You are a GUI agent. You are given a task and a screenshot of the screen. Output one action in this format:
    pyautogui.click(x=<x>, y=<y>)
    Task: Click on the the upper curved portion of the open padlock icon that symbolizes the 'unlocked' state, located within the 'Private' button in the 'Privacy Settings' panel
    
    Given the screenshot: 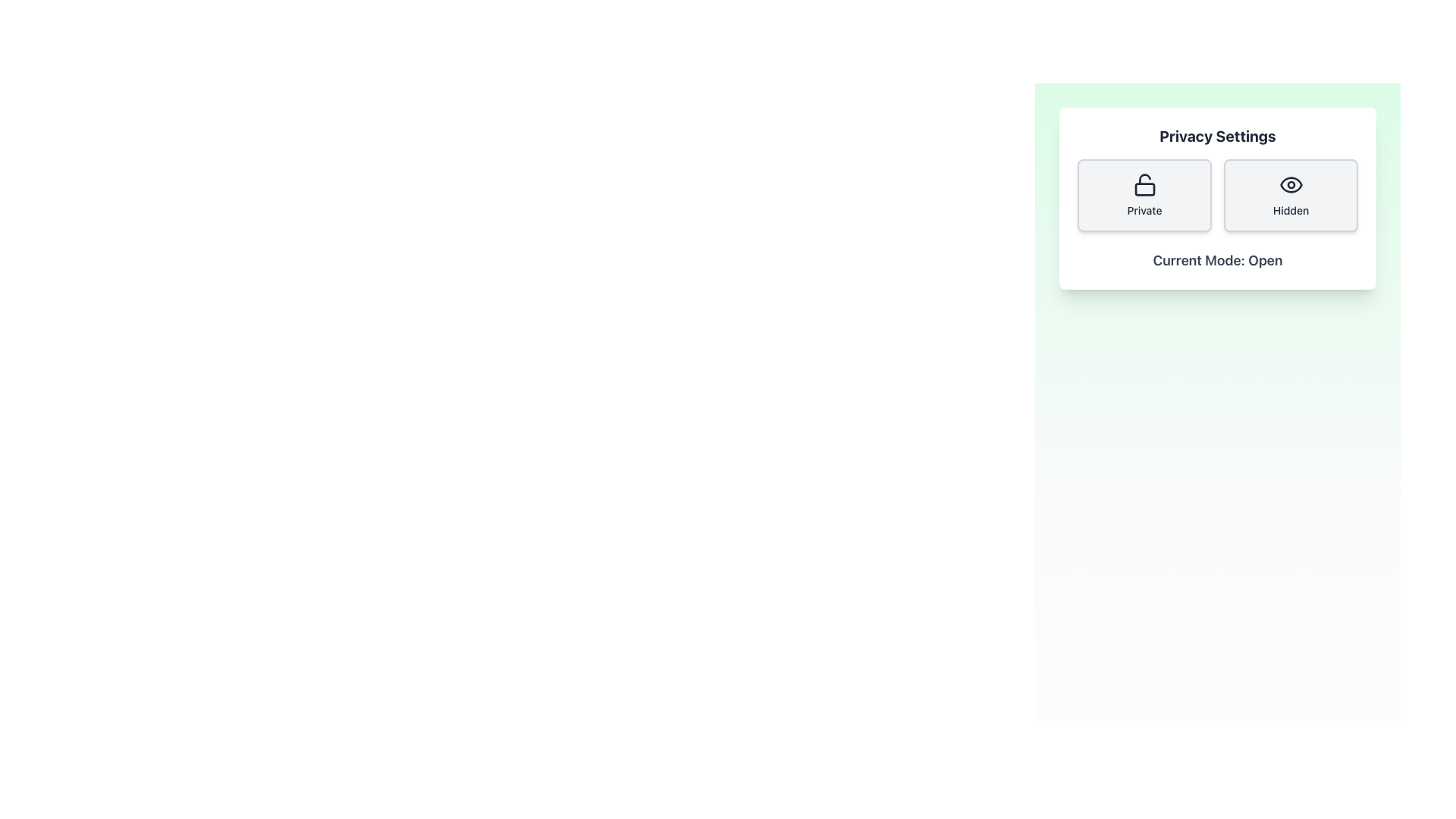 What is the action you would take?
    pyautogui.click(x=1144, y=178)
    